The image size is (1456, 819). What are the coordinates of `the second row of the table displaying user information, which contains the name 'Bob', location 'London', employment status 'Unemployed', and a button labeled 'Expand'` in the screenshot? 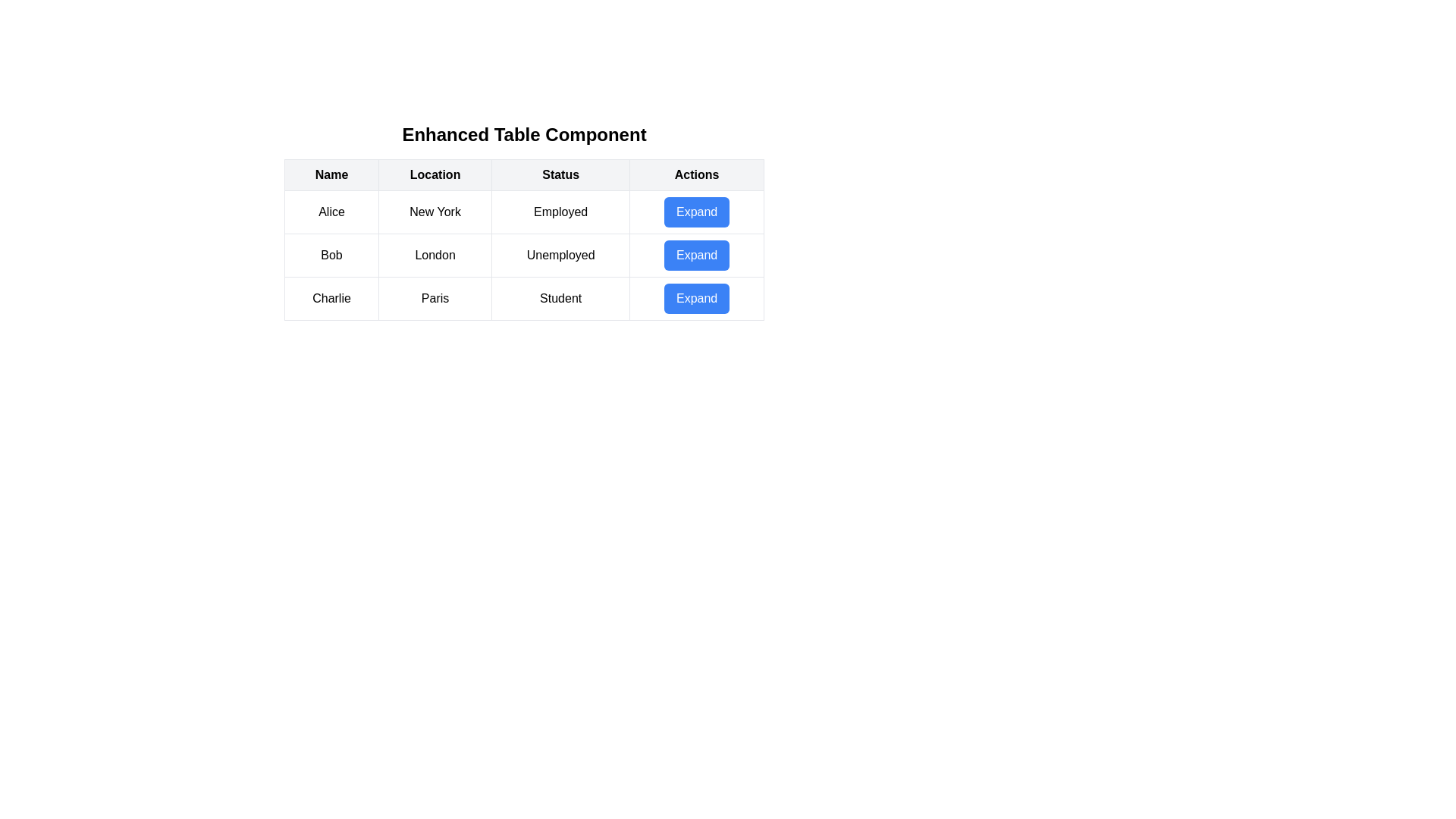 It's located at (524, 254).